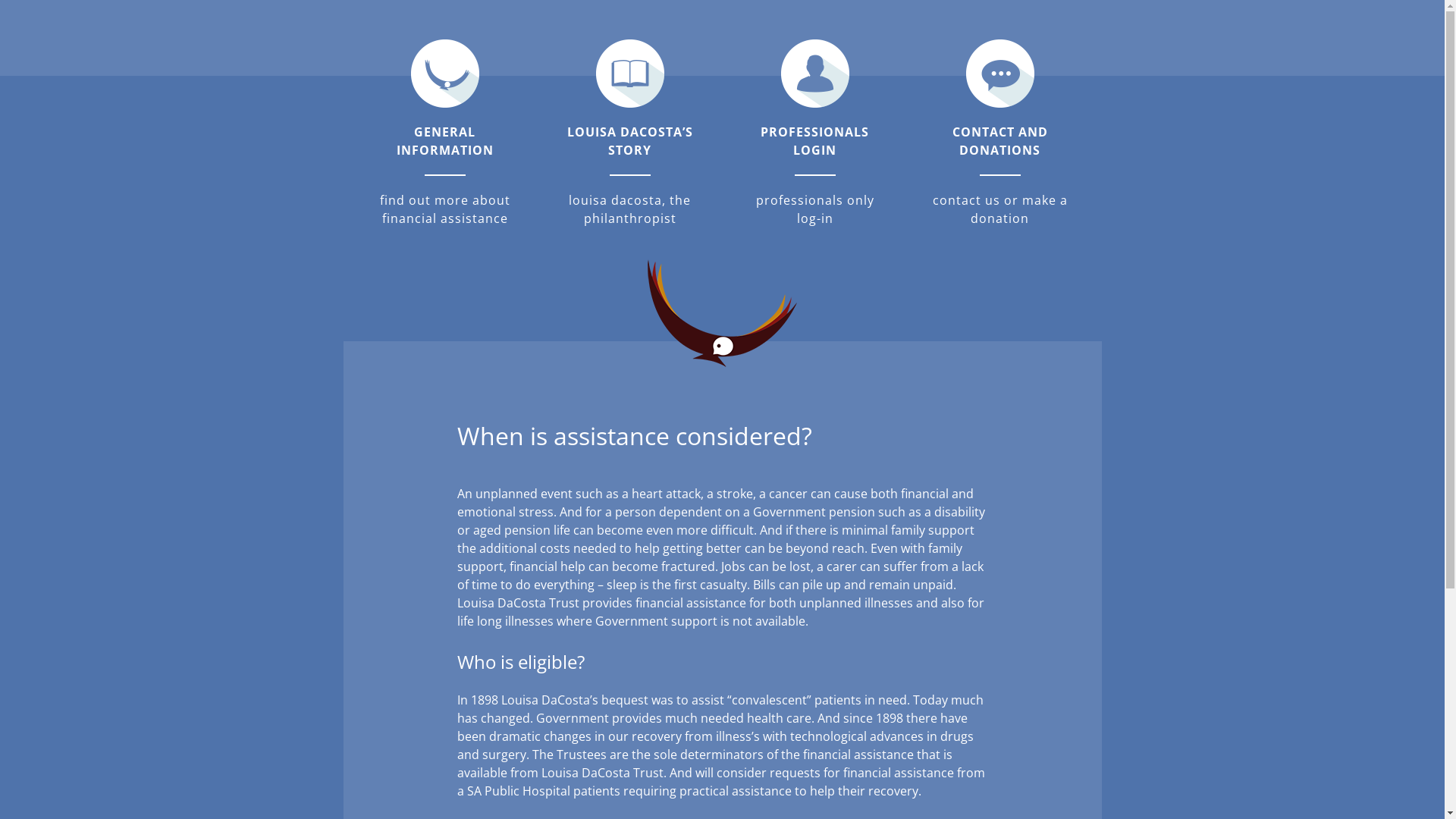  Describe the element at coordinates (0, 0) in the screenshot. I see `'Skip to content'` at that location.